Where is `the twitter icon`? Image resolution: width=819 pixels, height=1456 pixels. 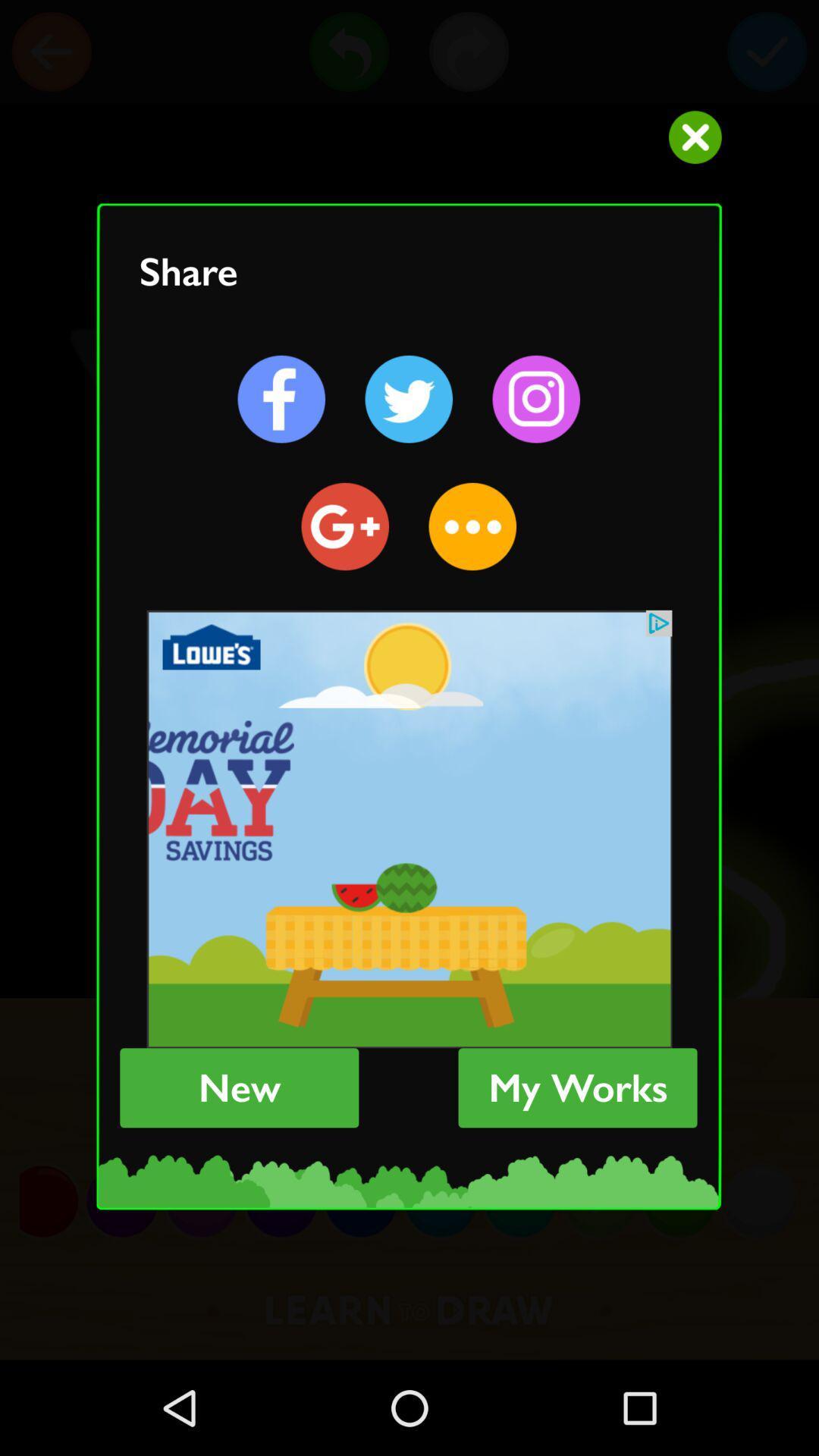 the twitter icon is located at coordinates (408, 399).